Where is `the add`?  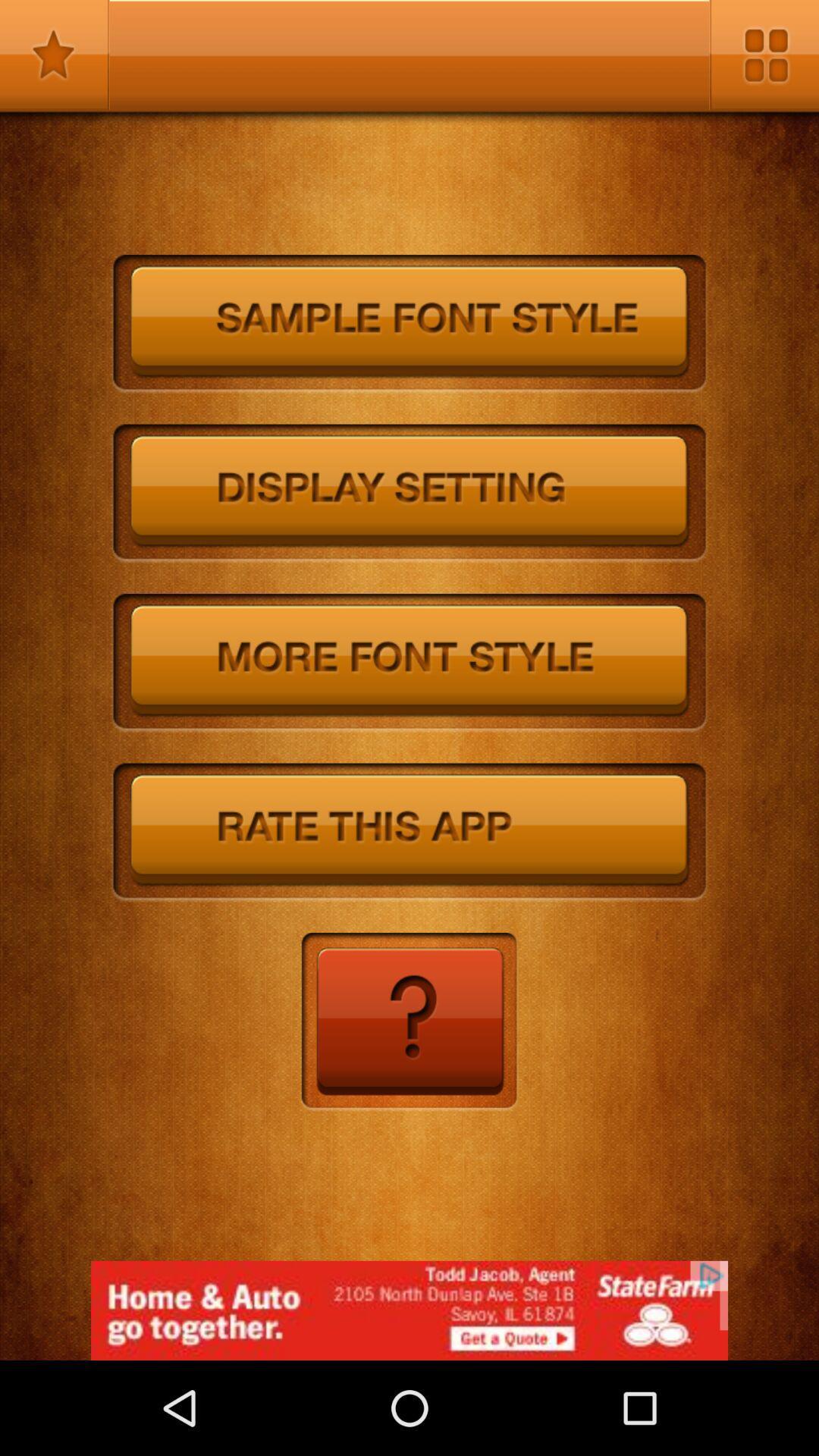 the add is located at coordinates (409, 1310).